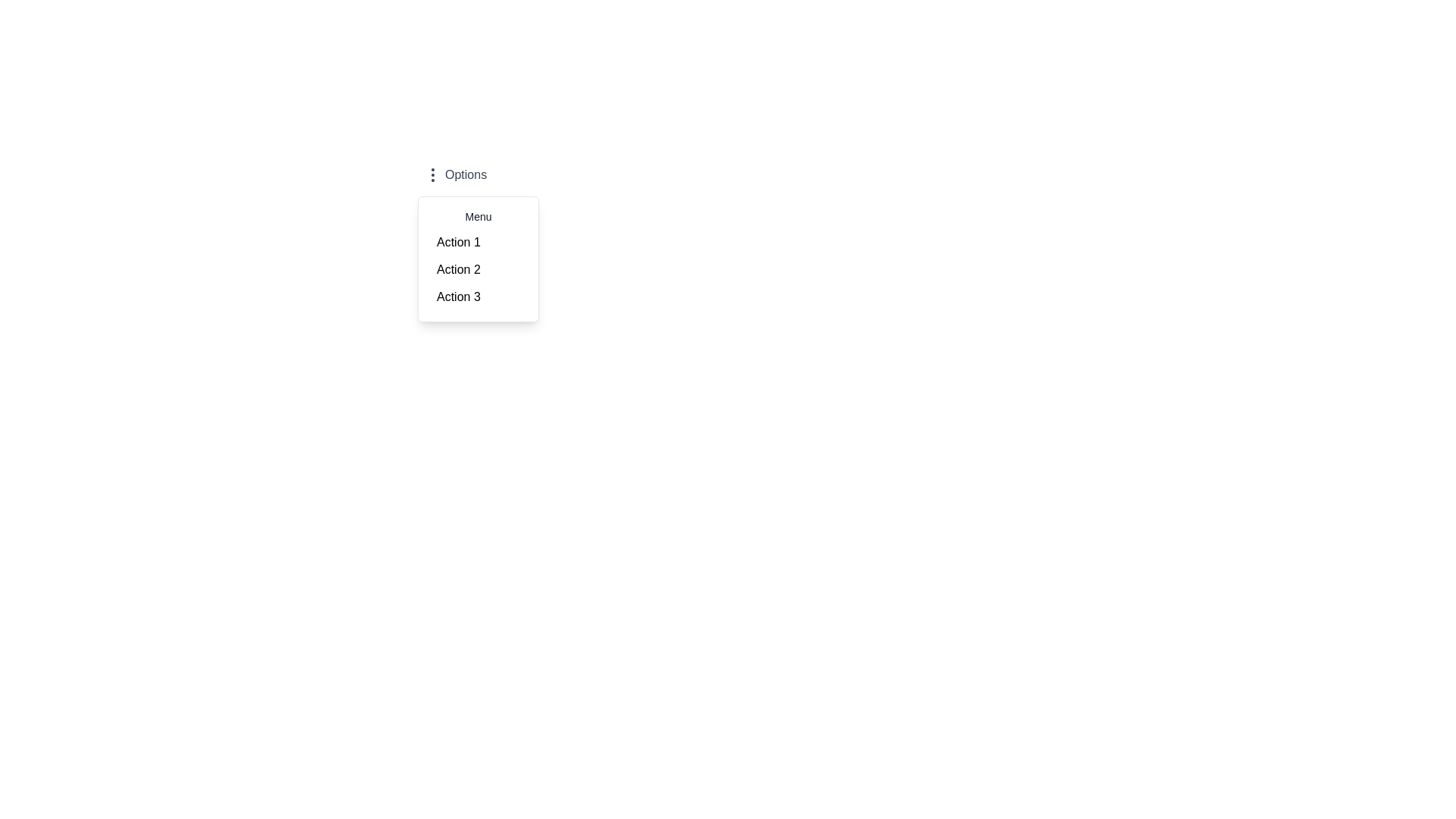  I want to click on the text label that identifies or categorizes the content in the dropdown menu, located centrally above the first action item, so click(477, 216).